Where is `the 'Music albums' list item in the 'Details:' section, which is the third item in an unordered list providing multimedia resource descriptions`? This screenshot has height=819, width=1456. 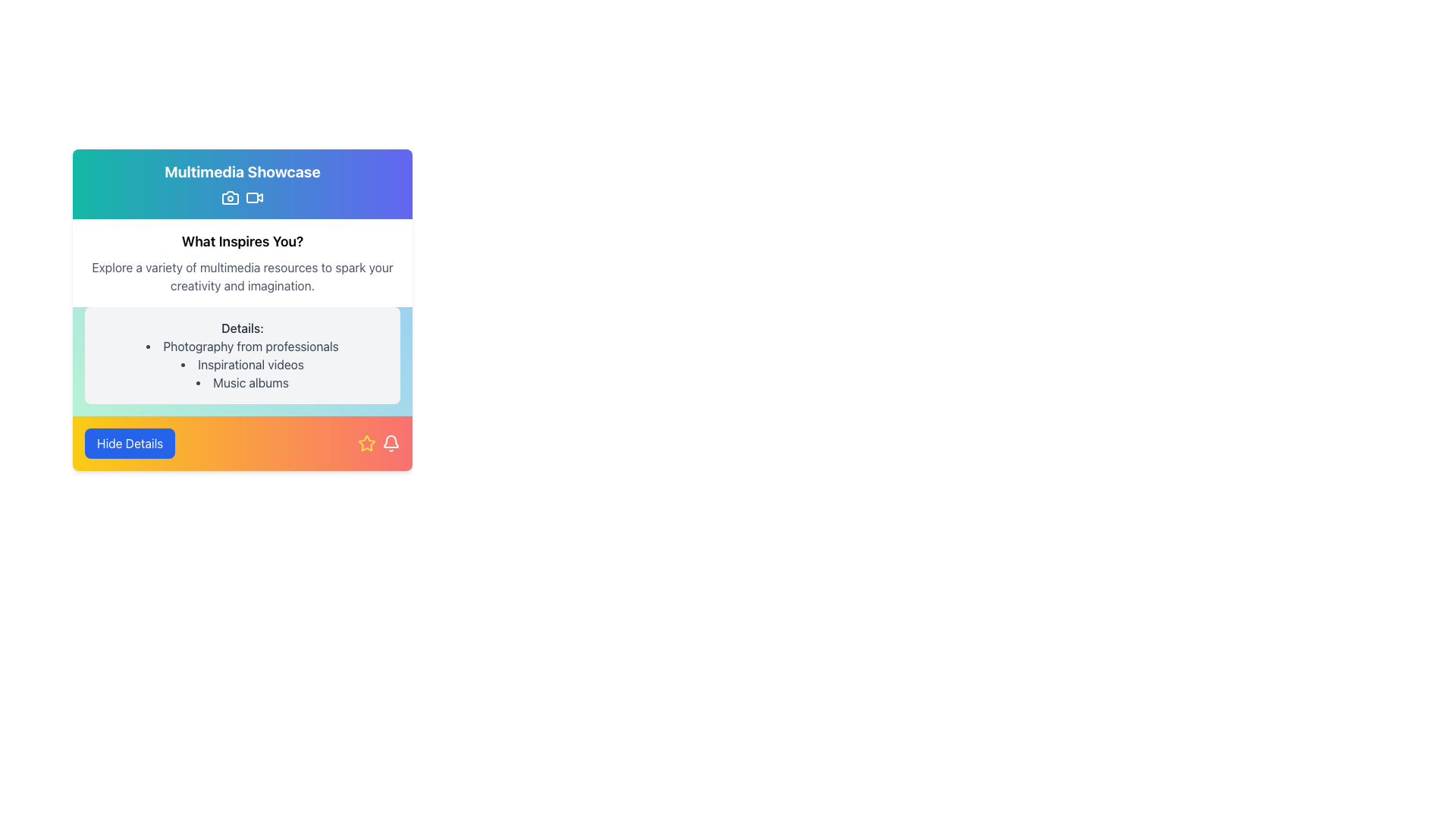 the 'Music albums' list item in the 'Details:' section, which is the third item in an unordered list providing multimedia resource descriptions is located at coordinates (243, 382).